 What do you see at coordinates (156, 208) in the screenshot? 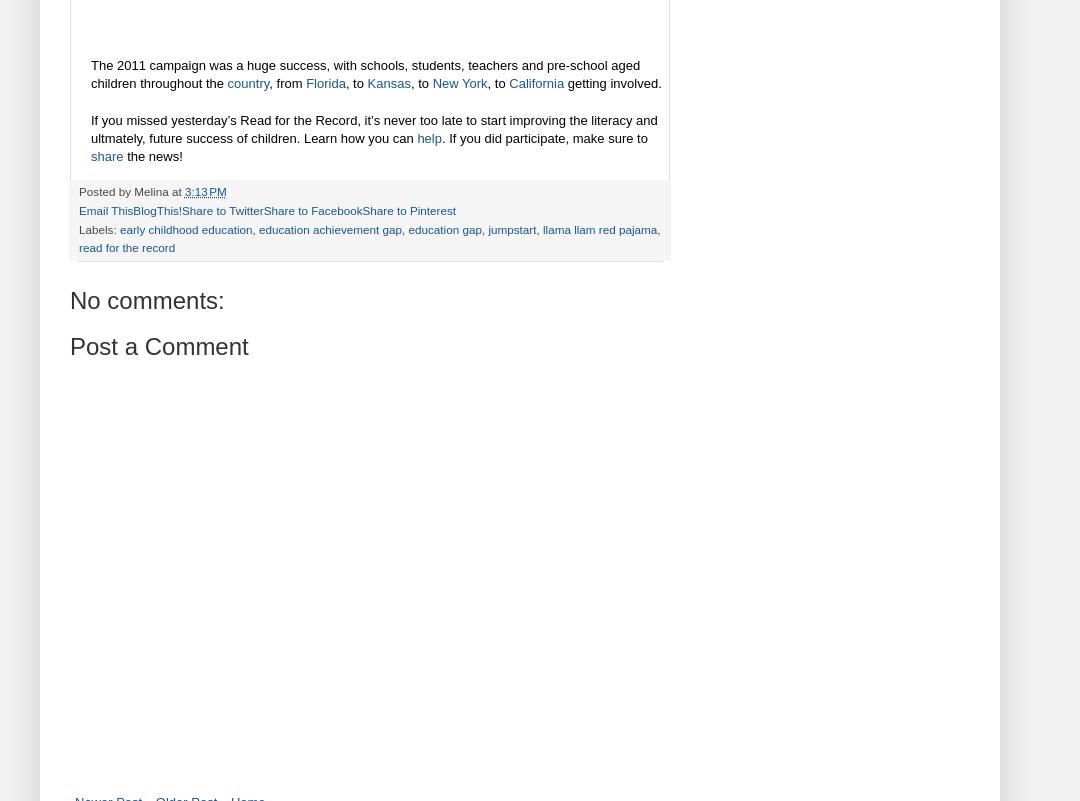
I see `'BlogThis!'` at bounding box center [156, 208].